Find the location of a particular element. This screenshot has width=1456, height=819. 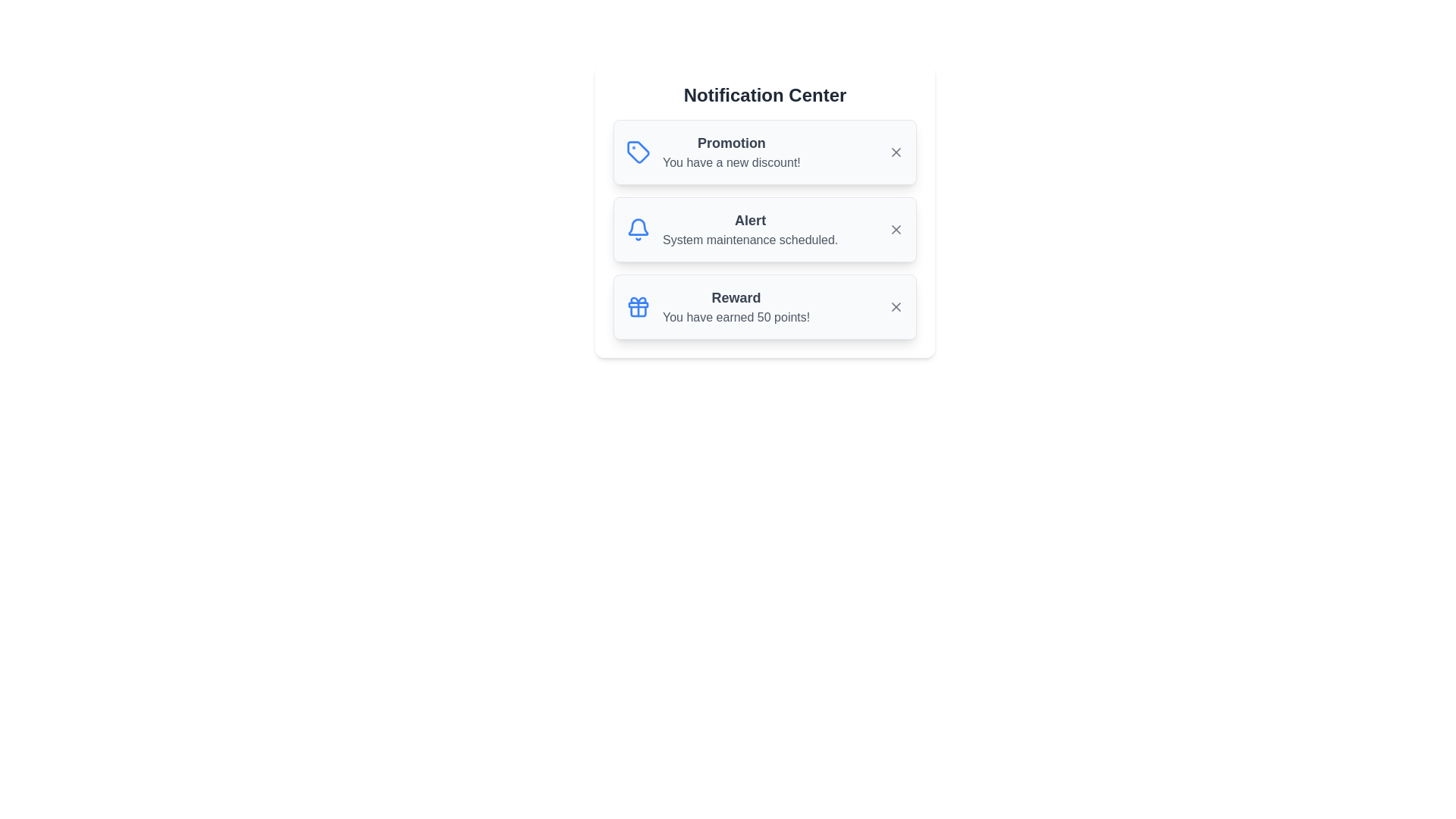

the Notification text box that informs the user of a reward of 50 points, located inside the third notification card in the Notification Center modal is located at coordinates (736, 307).